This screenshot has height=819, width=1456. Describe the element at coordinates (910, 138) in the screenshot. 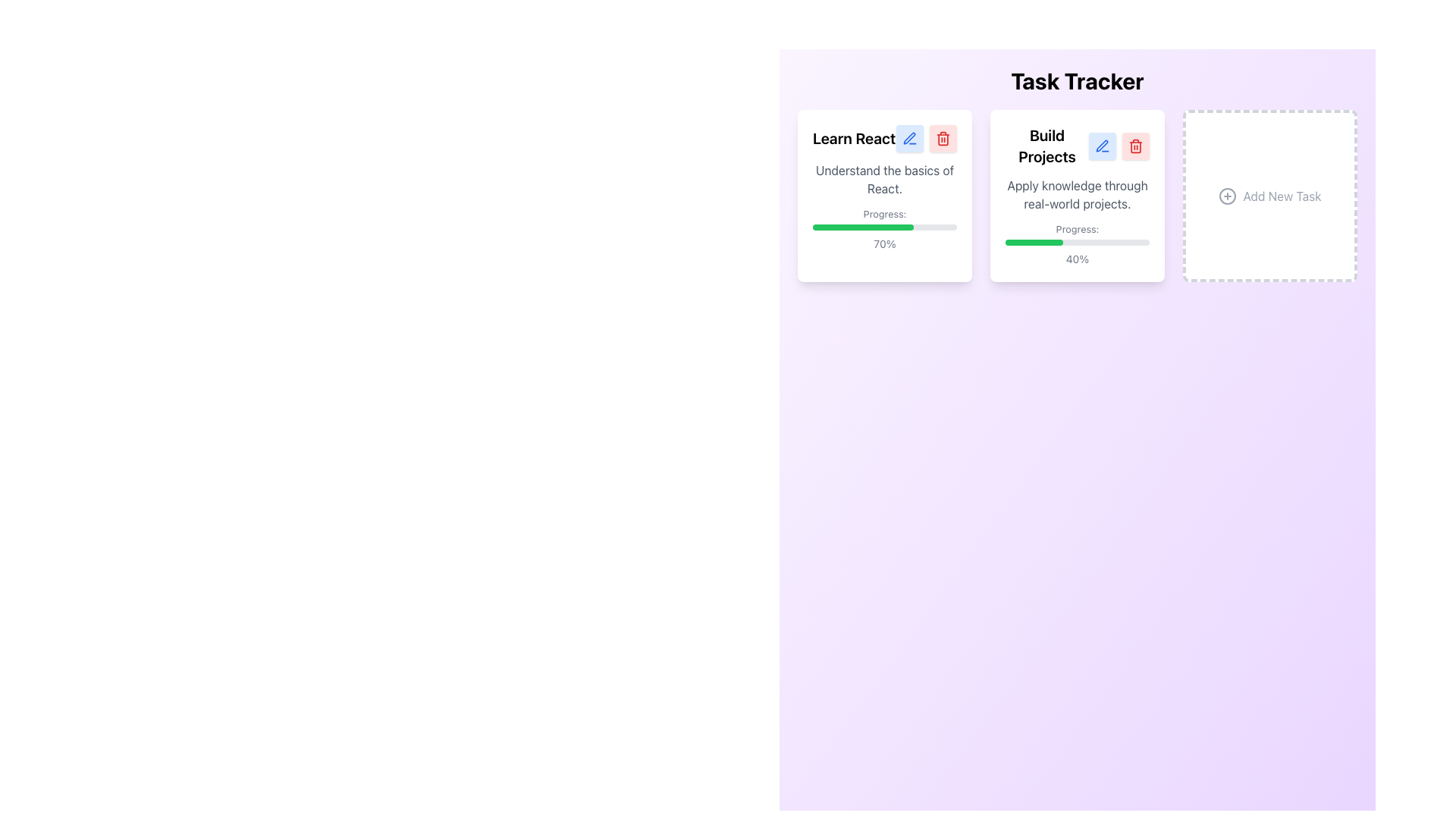

I see `the small rectangular button with a blue background and a pen icon in the top-right corner of the 'Learn React' task card` at that location.